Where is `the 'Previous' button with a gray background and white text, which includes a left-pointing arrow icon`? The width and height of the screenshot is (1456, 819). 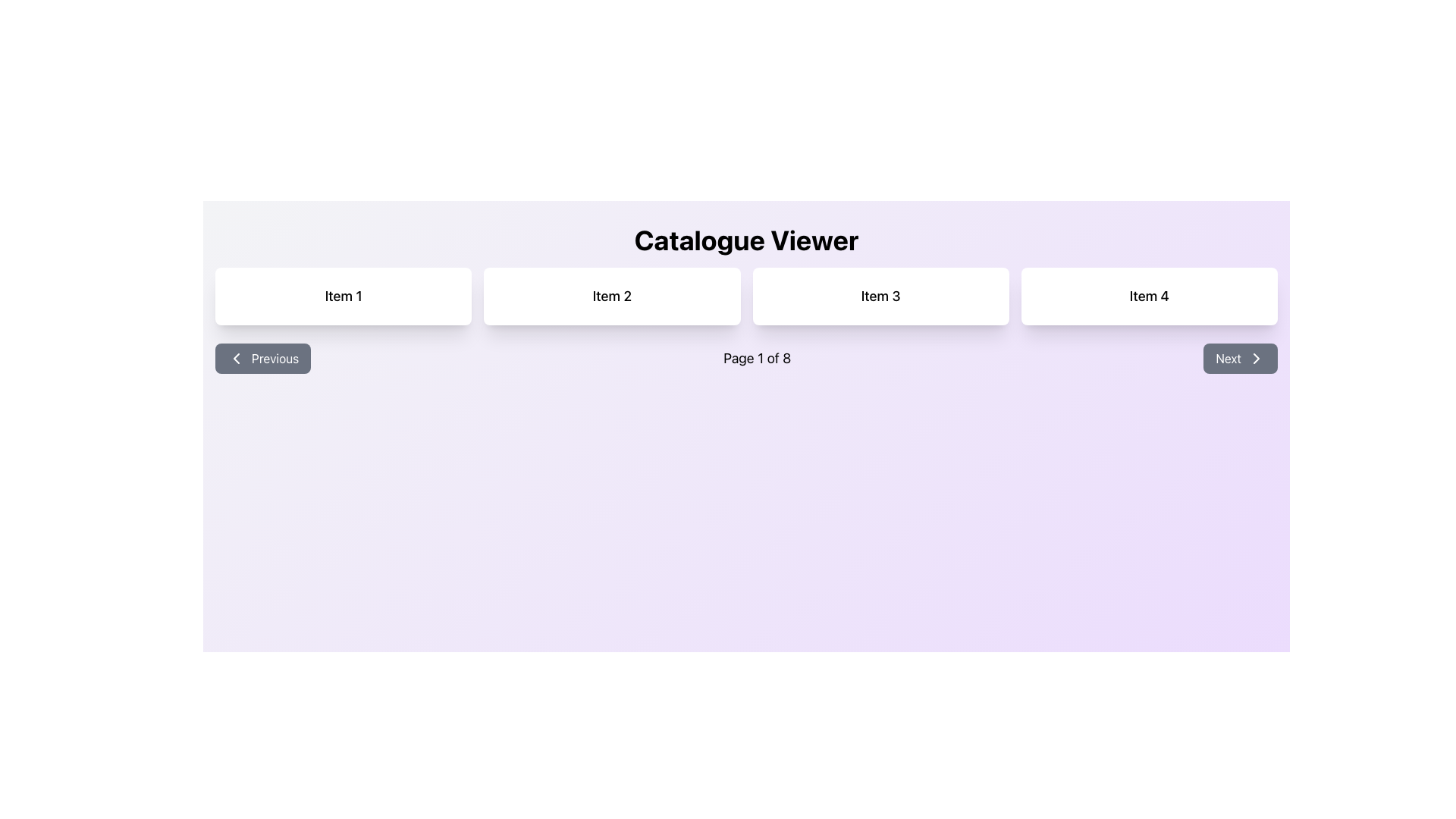
the 'Previous' button with a gray background and white text, which includes a left-pointing arrow icon is located at coordinates (263, 359).